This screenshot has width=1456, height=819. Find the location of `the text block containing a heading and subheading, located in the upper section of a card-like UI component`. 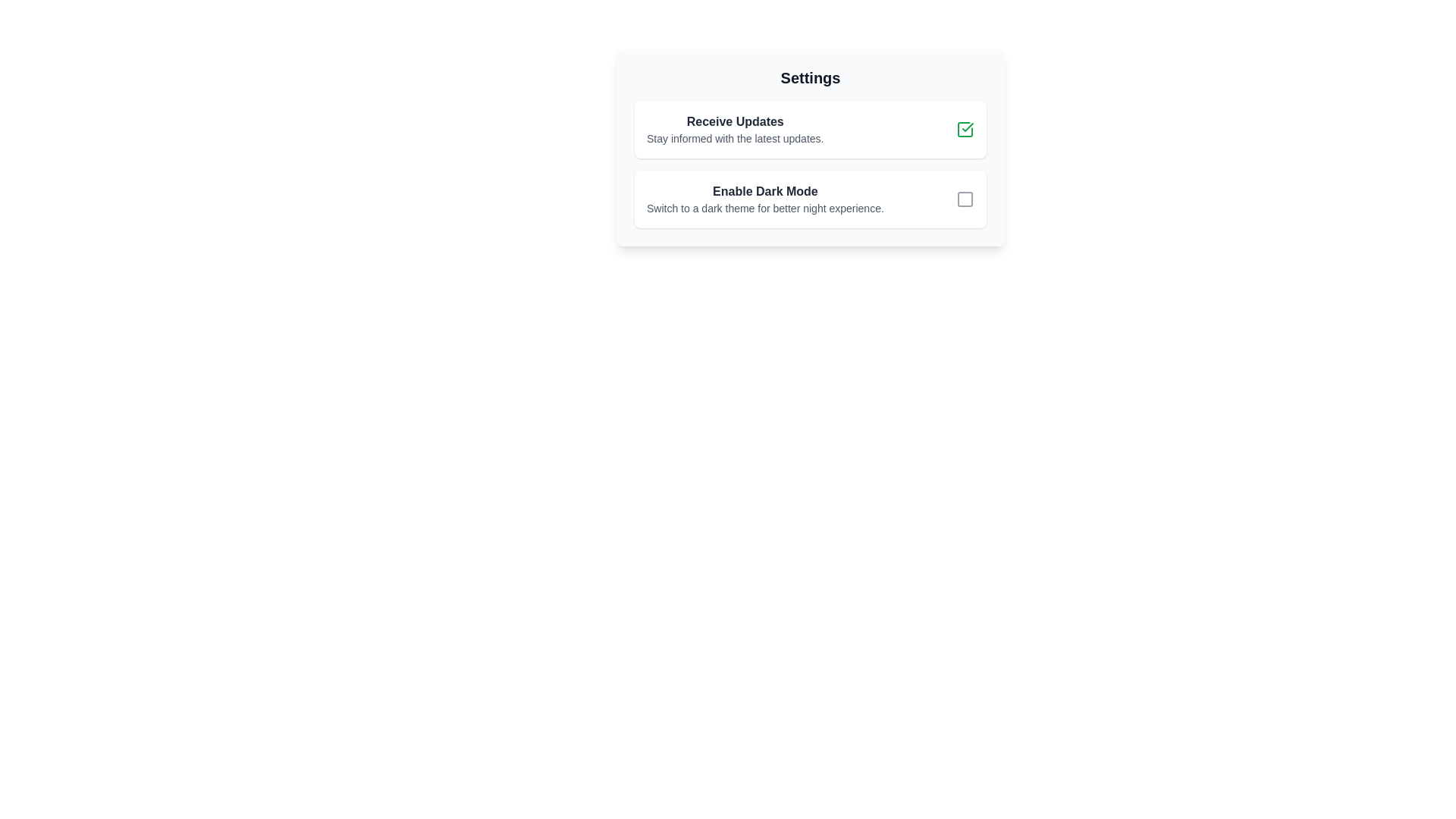

the text block containing a heading and subheading, located in the upper section of a card-like UI component is located at coordinates (735, 128).